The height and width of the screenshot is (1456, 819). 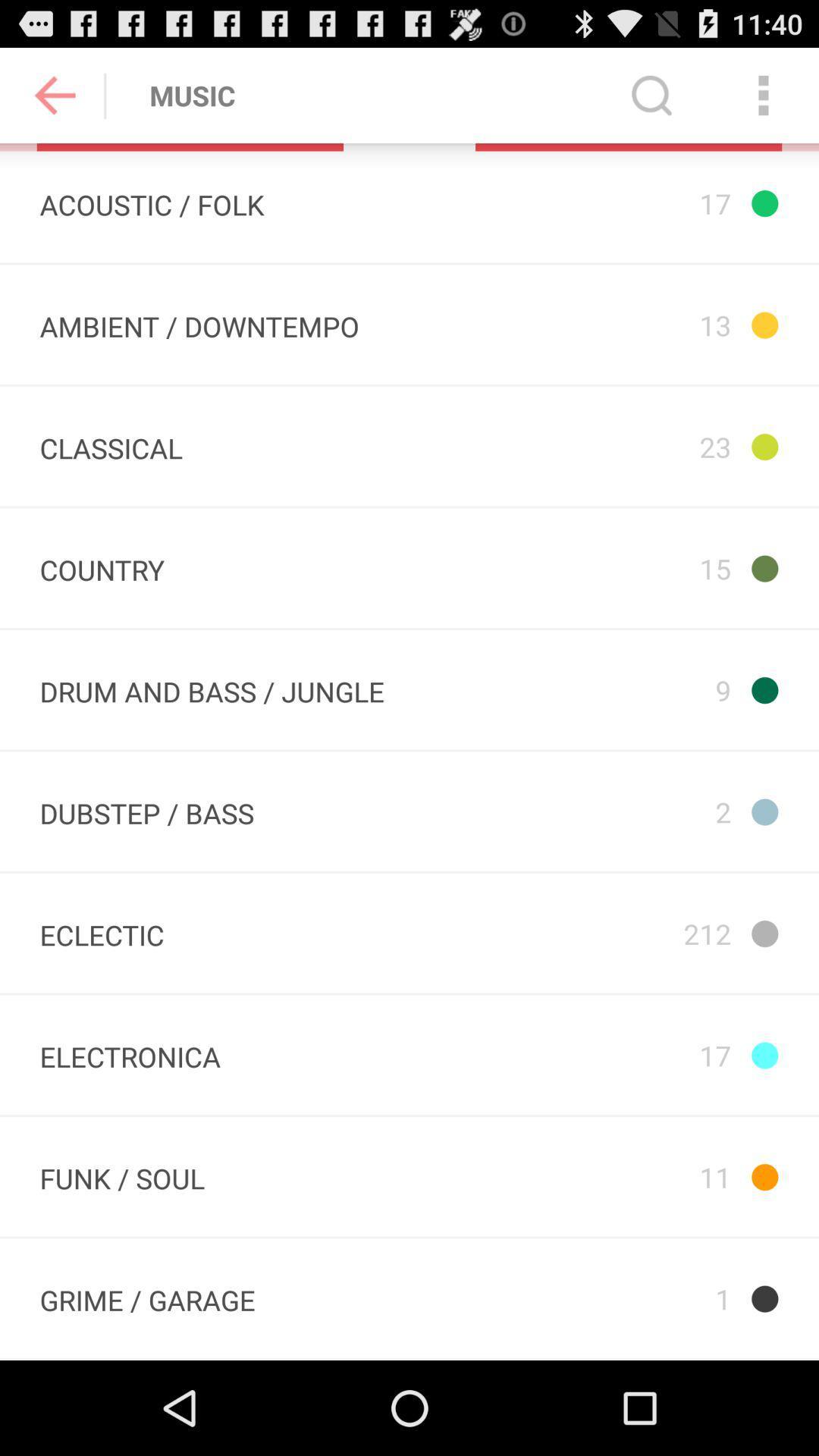 What do you see at coordinates (199, 324) in the screenshot?
I see `the item above the classical item` at bounding box center [199, 324].